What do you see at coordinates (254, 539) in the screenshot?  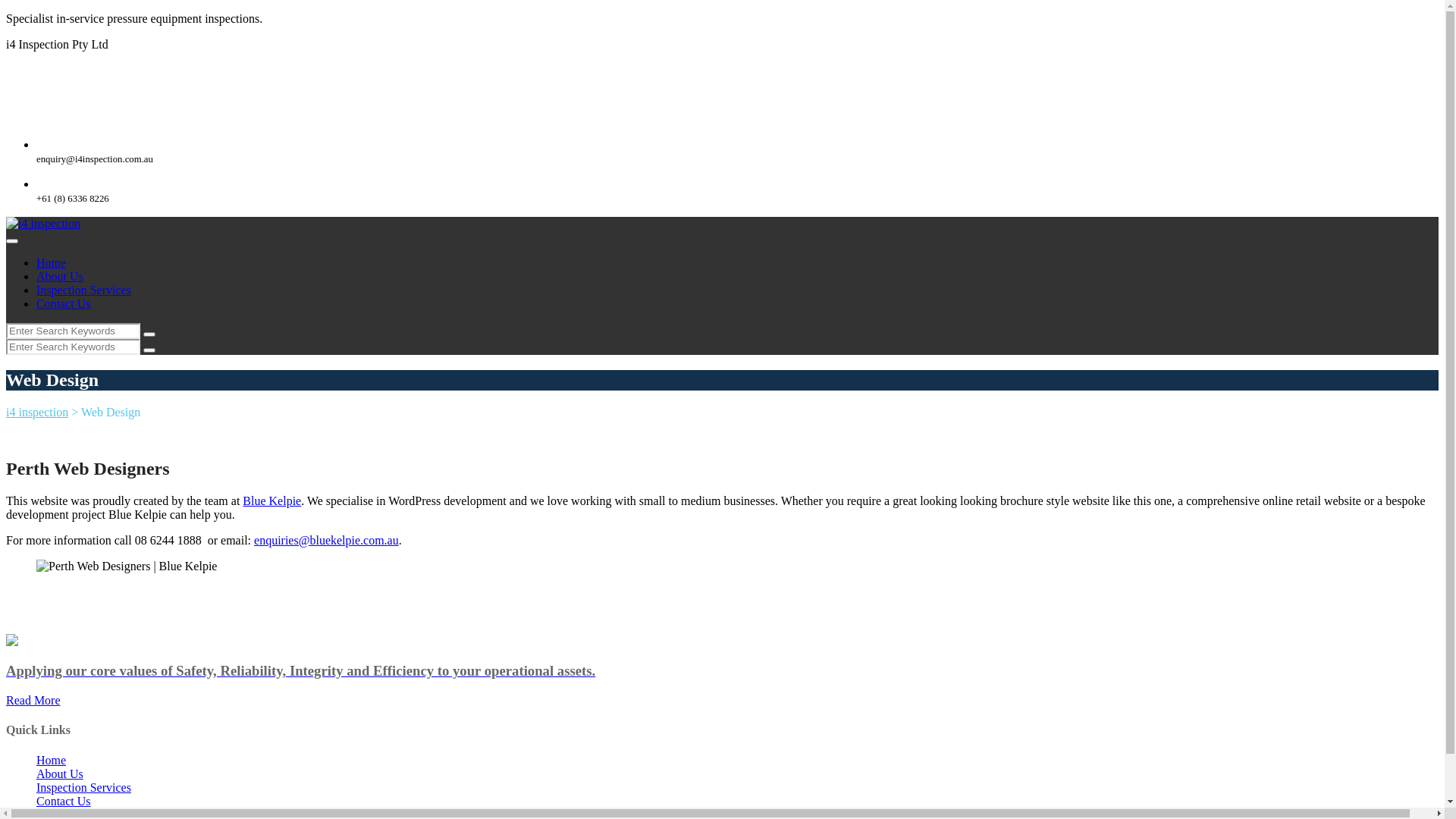 I see `'enquiries@bluekelpie.com.au'` at bounding box center [254, 539].